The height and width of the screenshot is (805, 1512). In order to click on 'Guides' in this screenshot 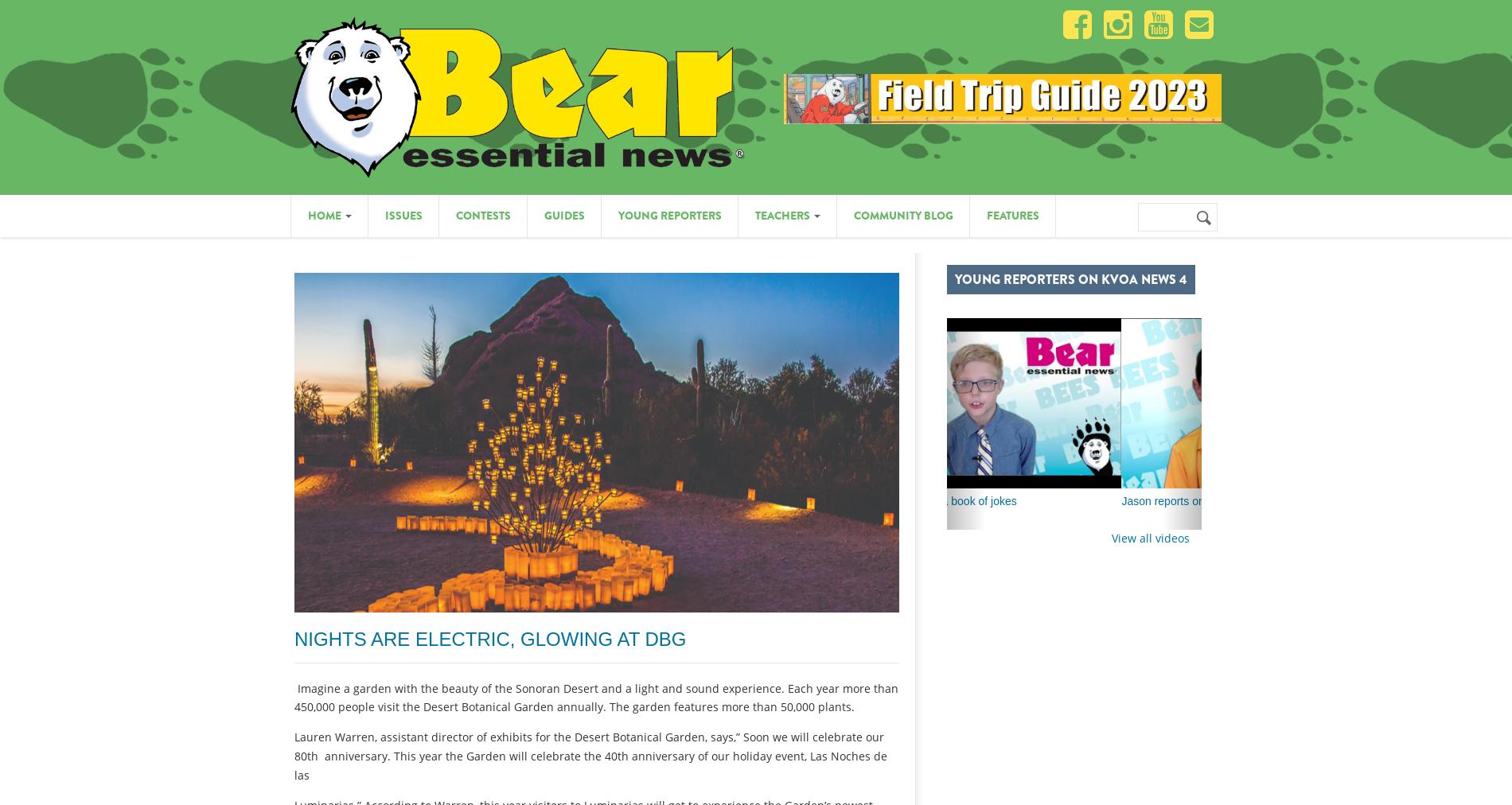, I will do `click(544, 215)`.